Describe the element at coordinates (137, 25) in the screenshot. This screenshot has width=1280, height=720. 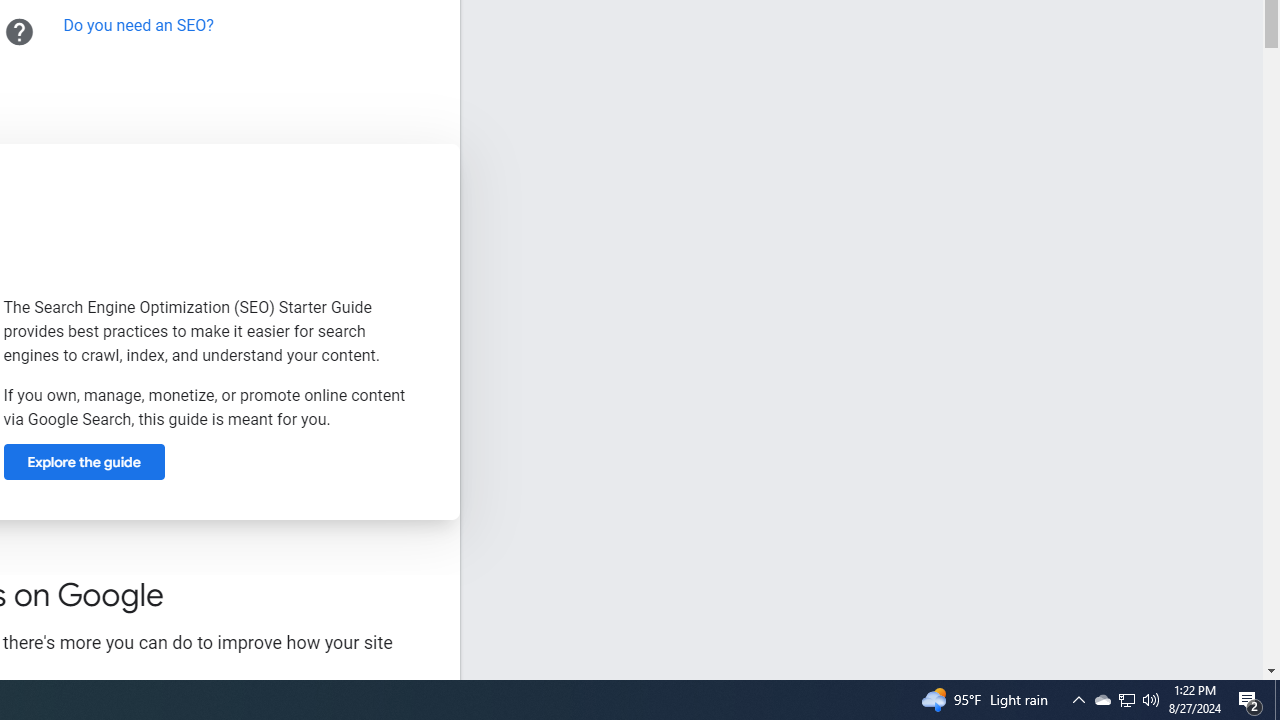
I see `'Do you need an SEO?'` at that location.